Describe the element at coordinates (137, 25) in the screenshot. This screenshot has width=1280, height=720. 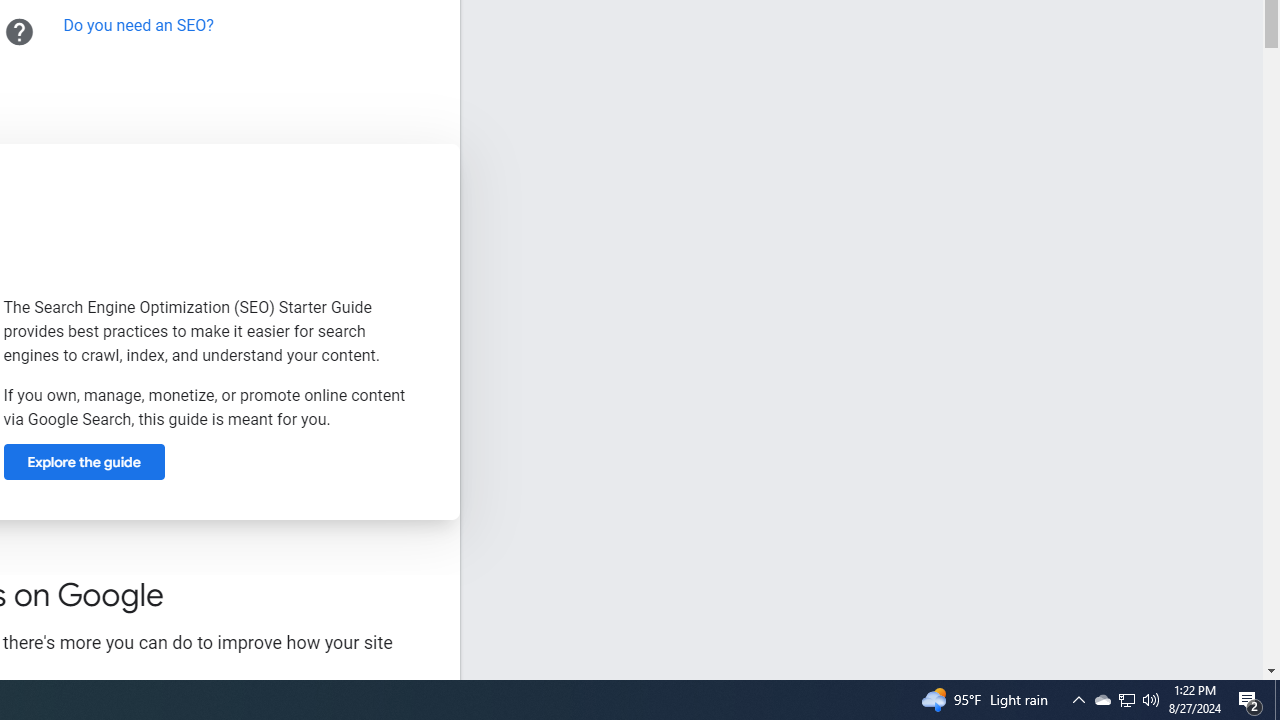
I see `'Do you need an SEO?'` at that location.